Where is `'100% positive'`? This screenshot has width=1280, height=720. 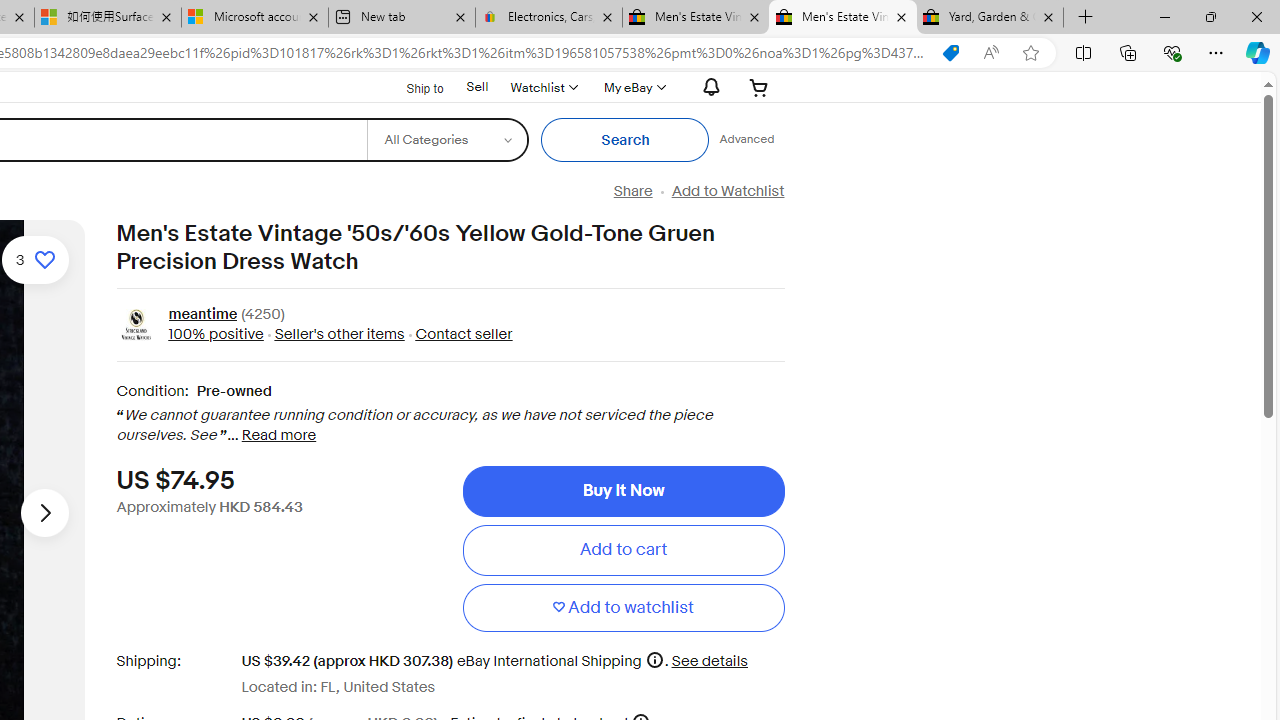
'100% positive' is located at coordinates (215, 333).